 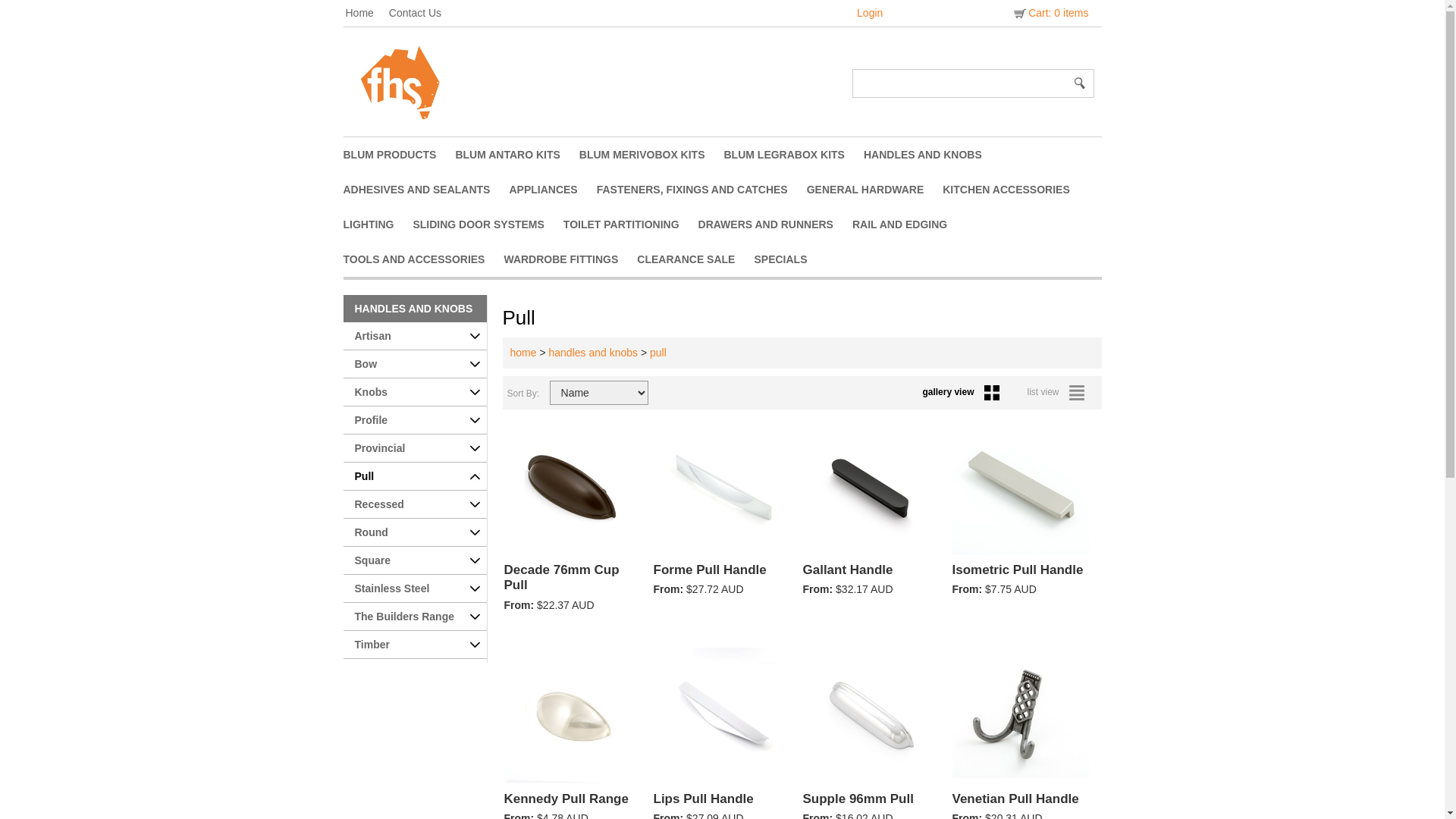 What do you see at coordinates (341, 391) in the screenshot?
I see `'Knobs'` at bounding box center [341, 391].